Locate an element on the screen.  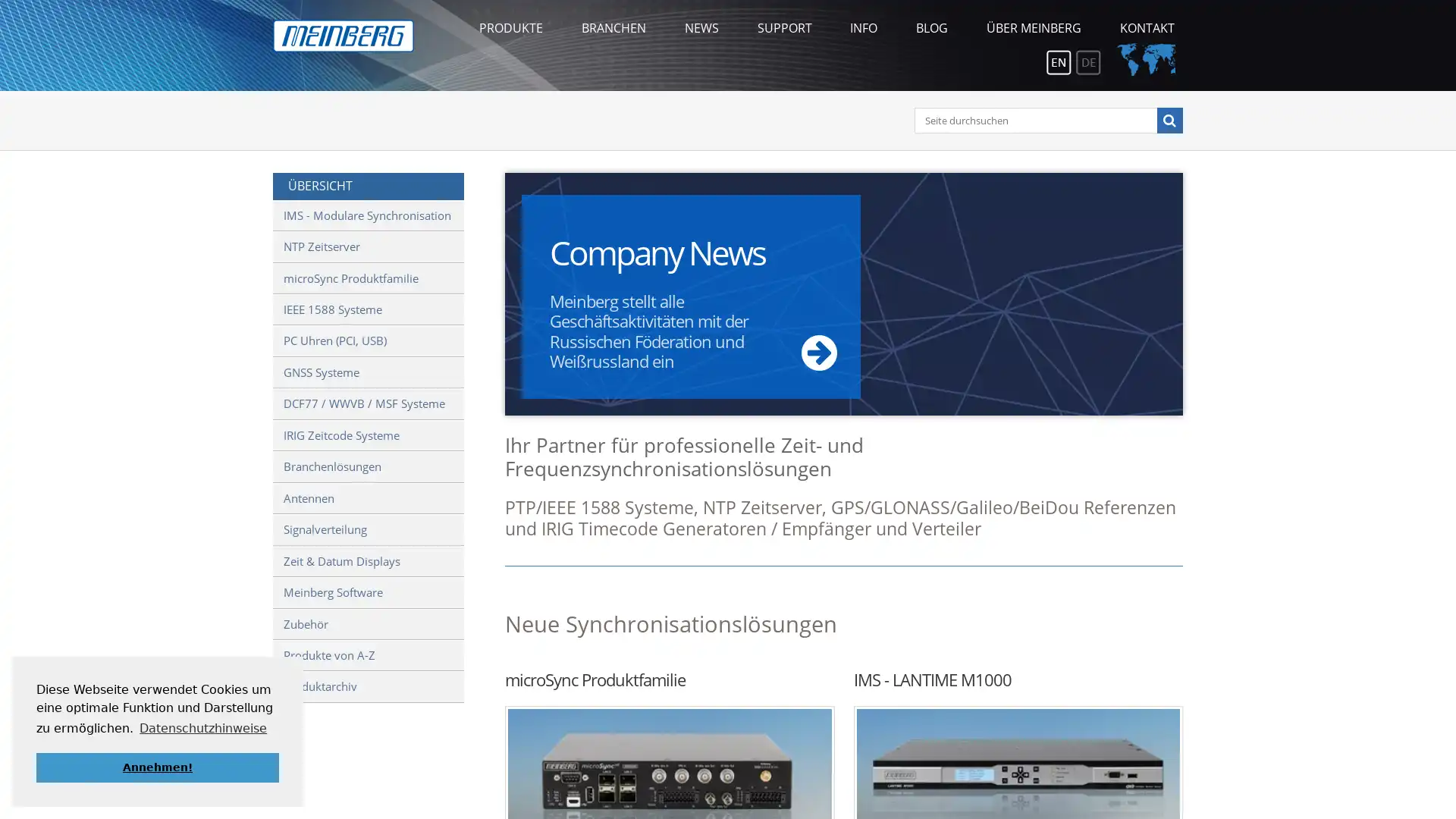
dismiss cookie message is located at coordinates (157, 767).